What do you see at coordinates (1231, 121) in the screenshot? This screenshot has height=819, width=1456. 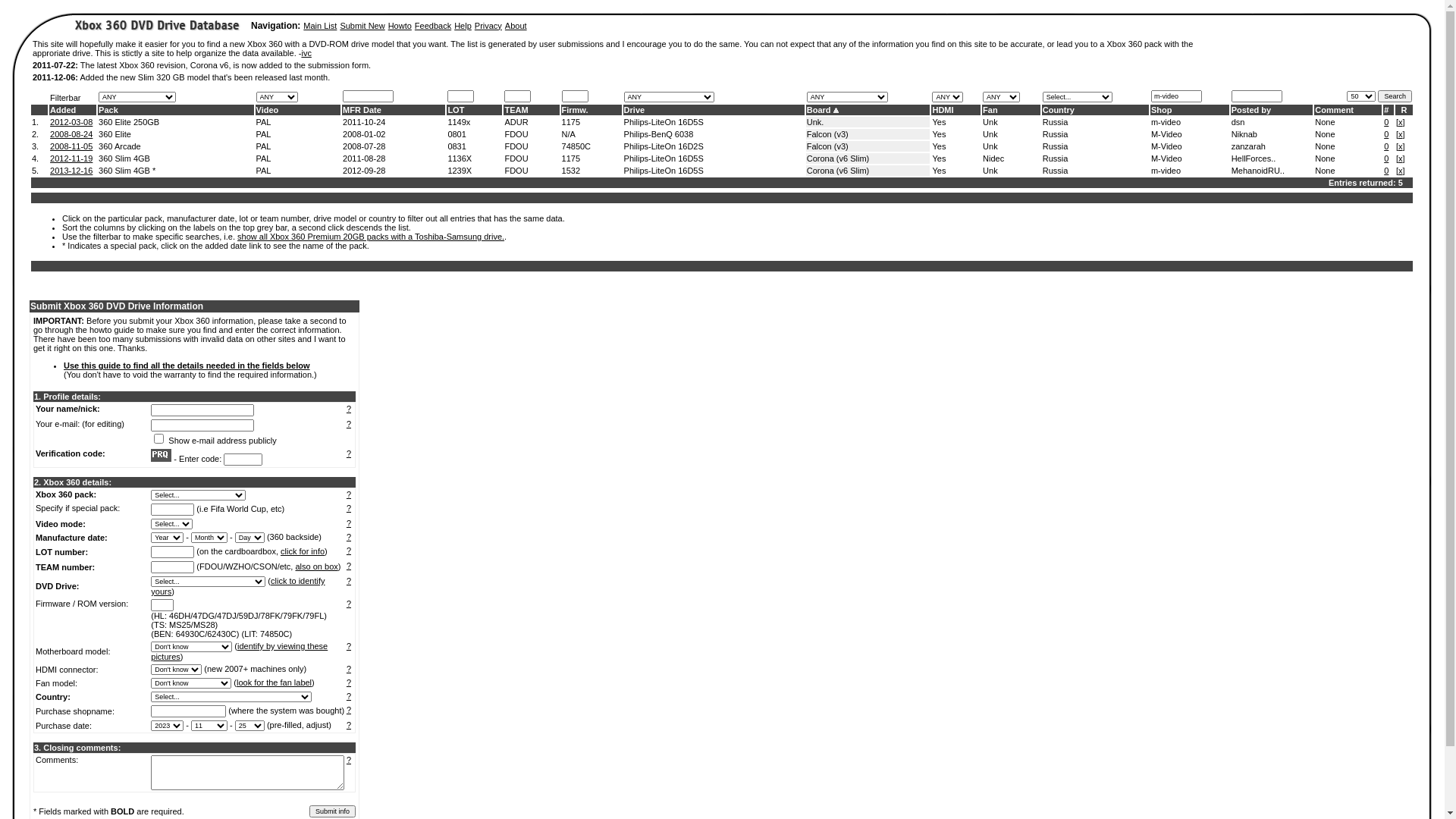 I see `'dsn'` at bounding box center [1231, 121].